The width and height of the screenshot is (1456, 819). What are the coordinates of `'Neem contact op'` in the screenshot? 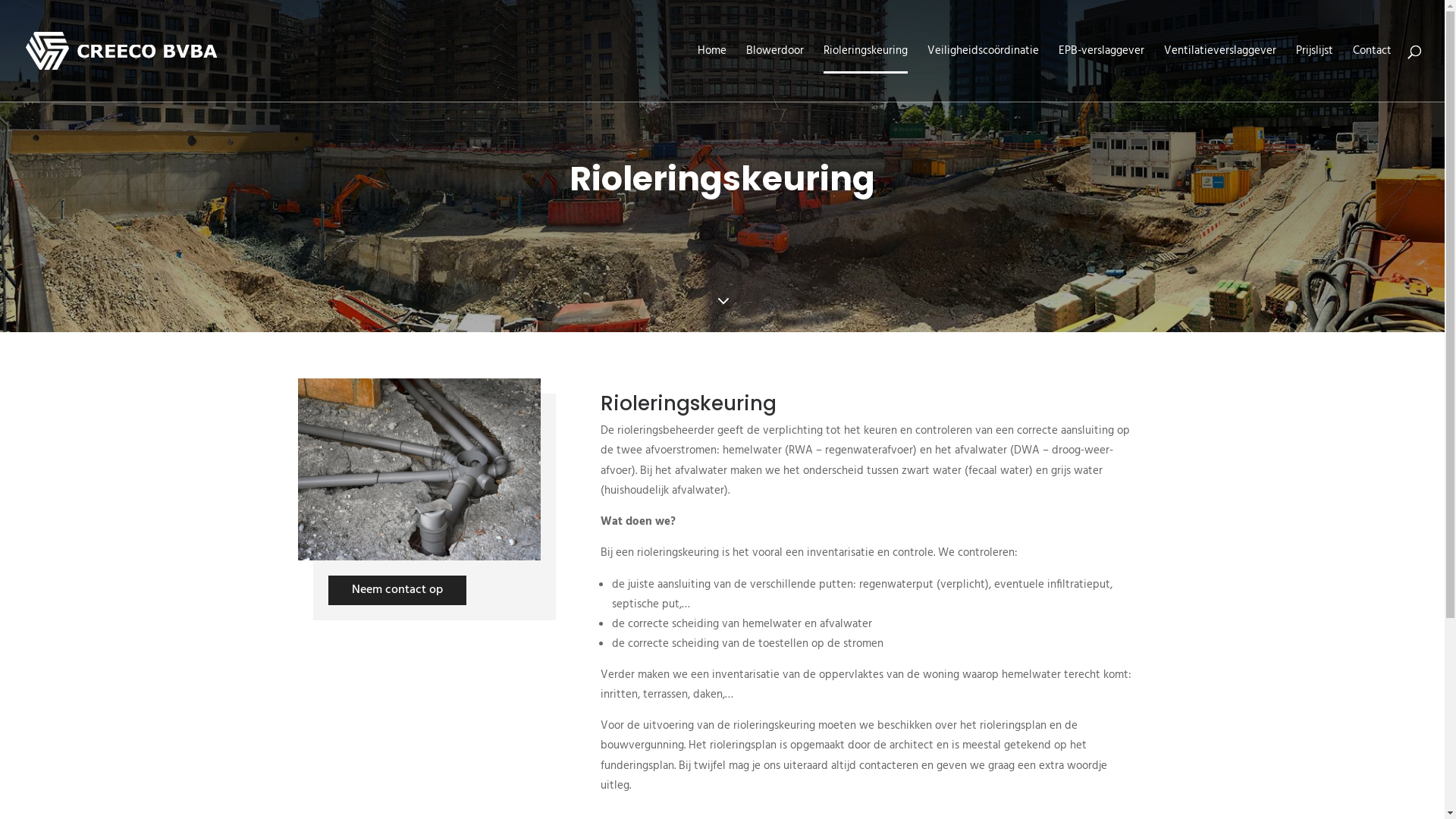 It's located at (397, 589).